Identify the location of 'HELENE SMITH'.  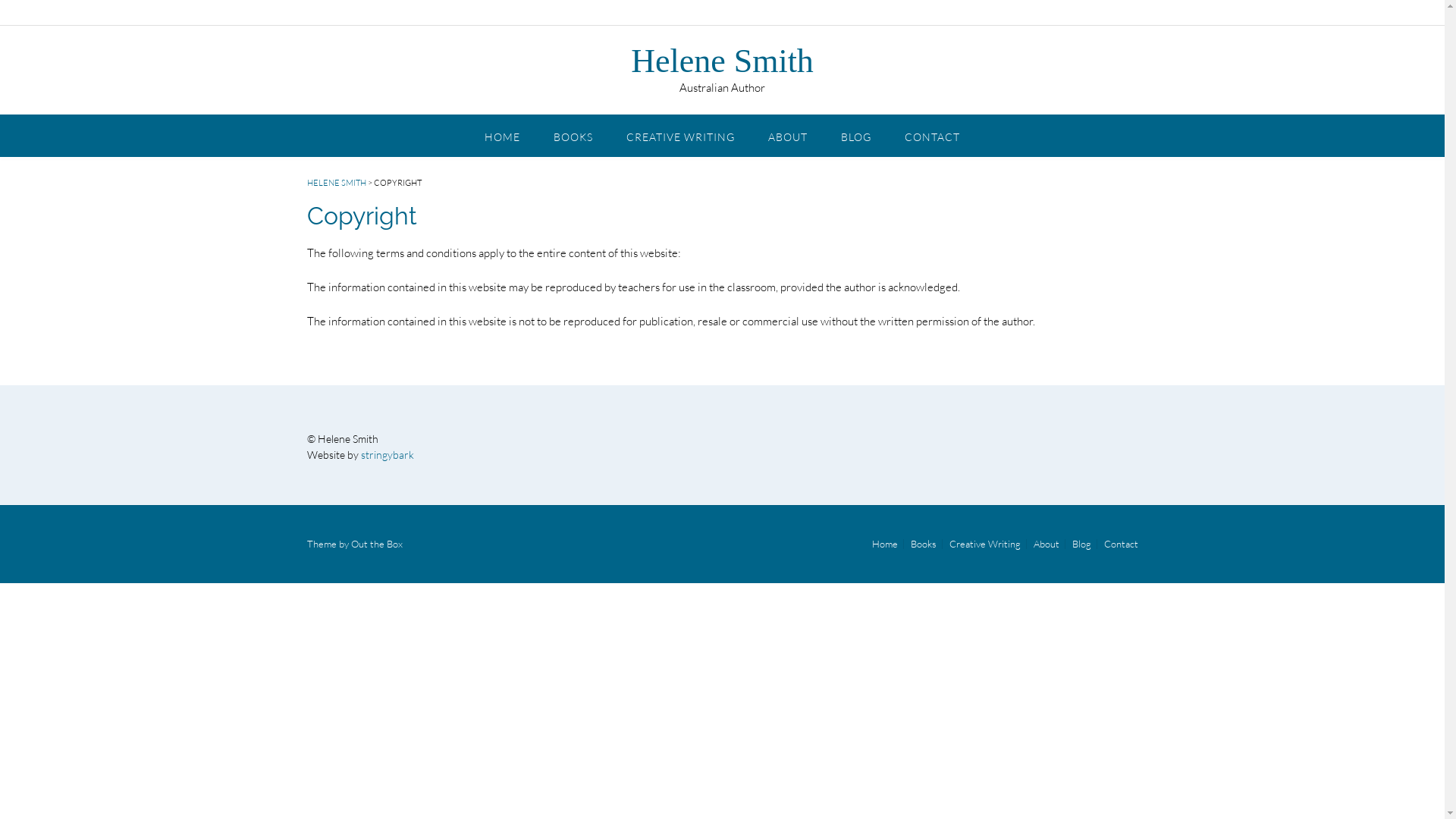
(334, 181).